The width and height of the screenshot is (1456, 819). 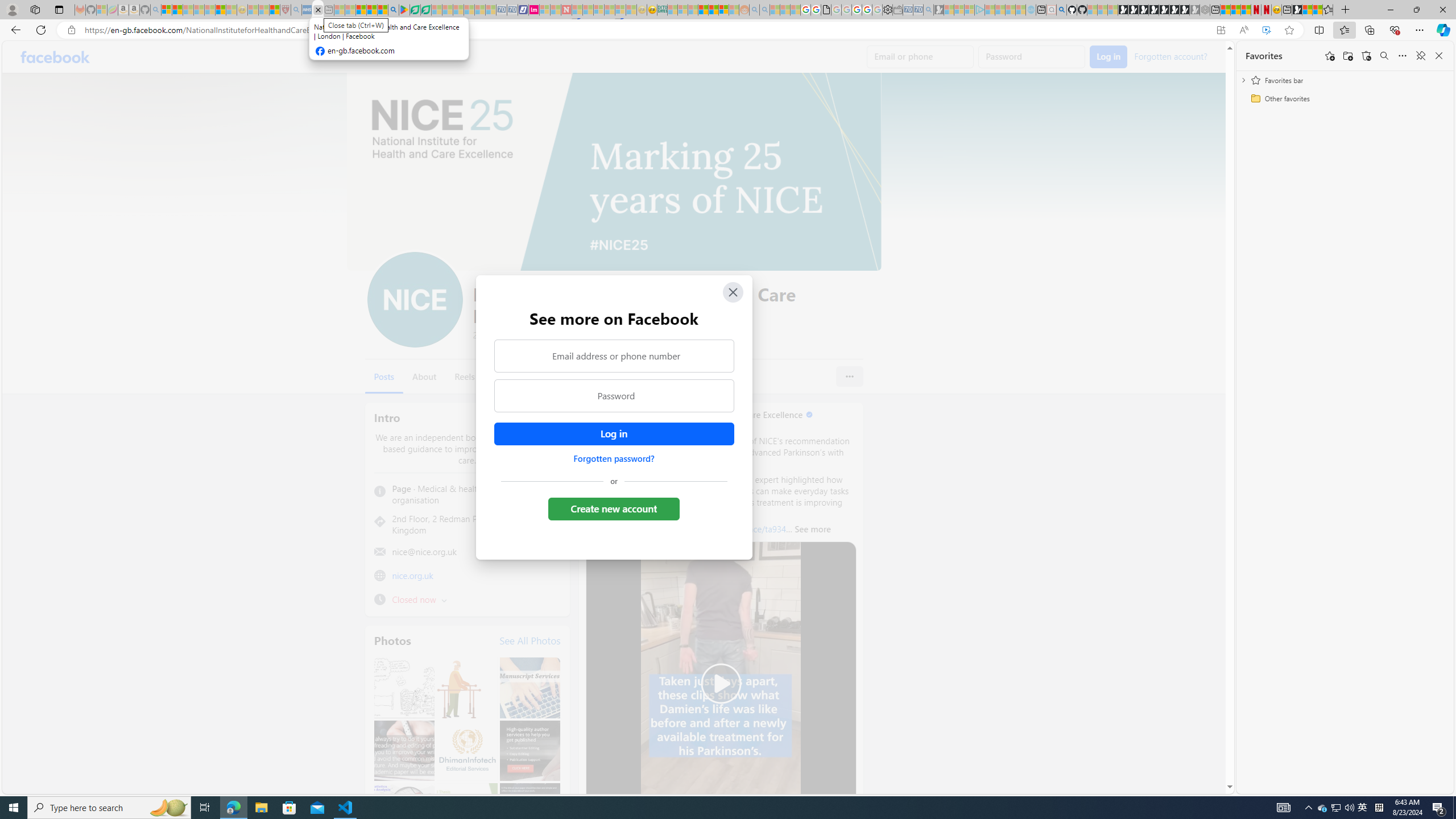 I want to click on 'App available. Install Facebook', so click(x=1220, y=30).